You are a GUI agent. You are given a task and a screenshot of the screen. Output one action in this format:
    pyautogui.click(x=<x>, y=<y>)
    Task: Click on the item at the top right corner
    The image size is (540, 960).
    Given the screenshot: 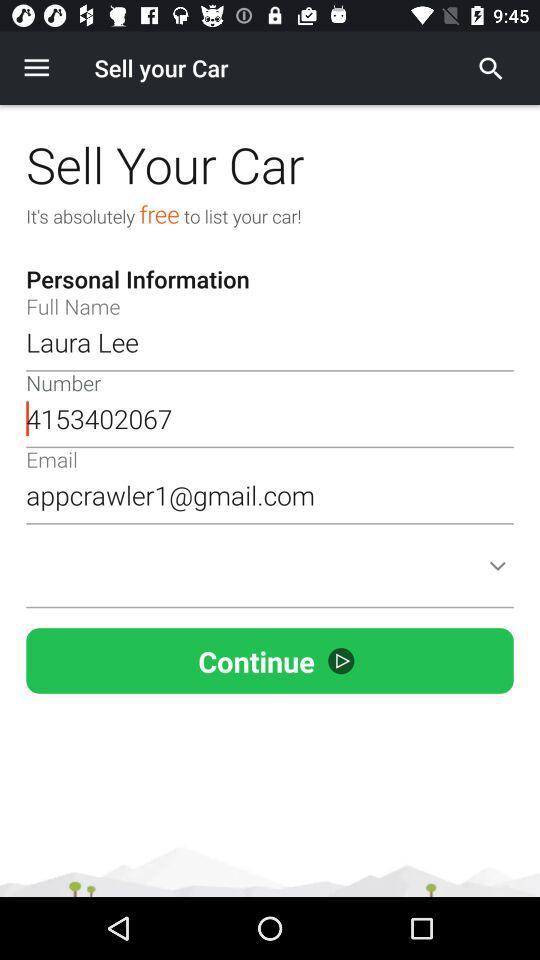 What is the action you would take?
    pyautogui.click(x=490, y=68)
    